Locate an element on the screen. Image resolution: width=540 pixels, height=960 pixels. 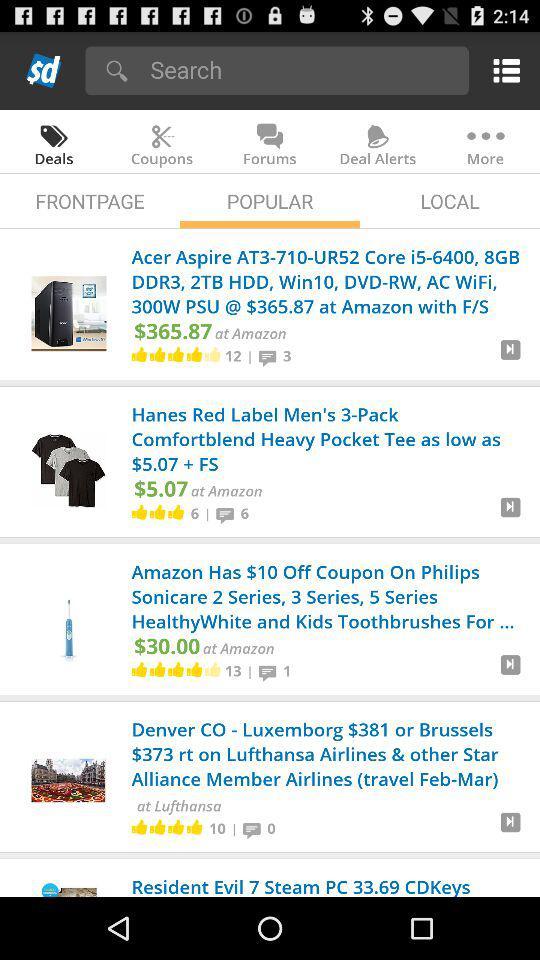
proceed to product page is located at coordinates (510, 830).